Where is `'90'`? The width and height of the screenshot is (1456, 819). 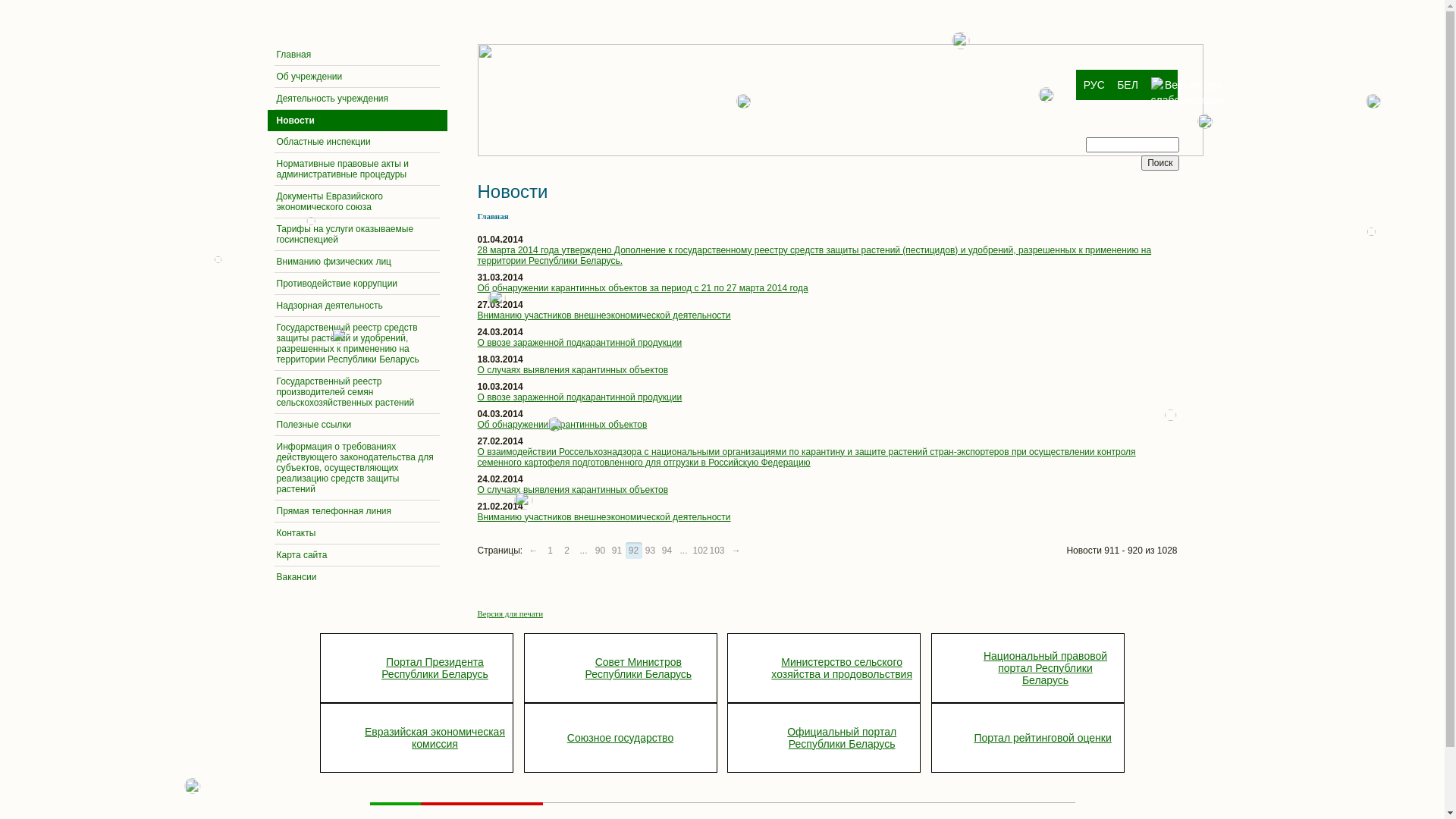
'90' is located at coordinates (600, 550).